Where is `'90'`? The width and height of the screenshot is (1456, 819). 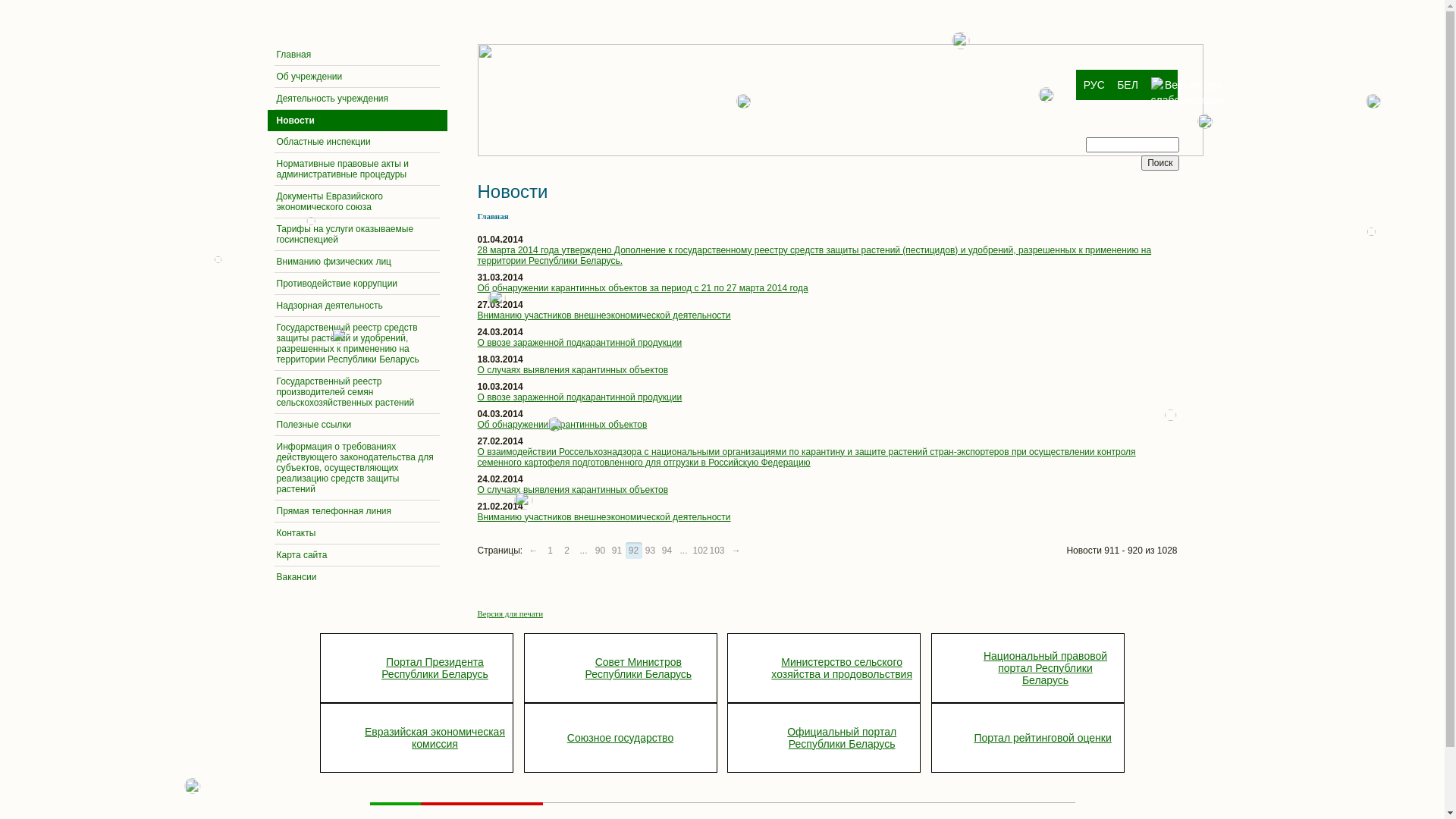
'90' is located at coordinates (600, 550).